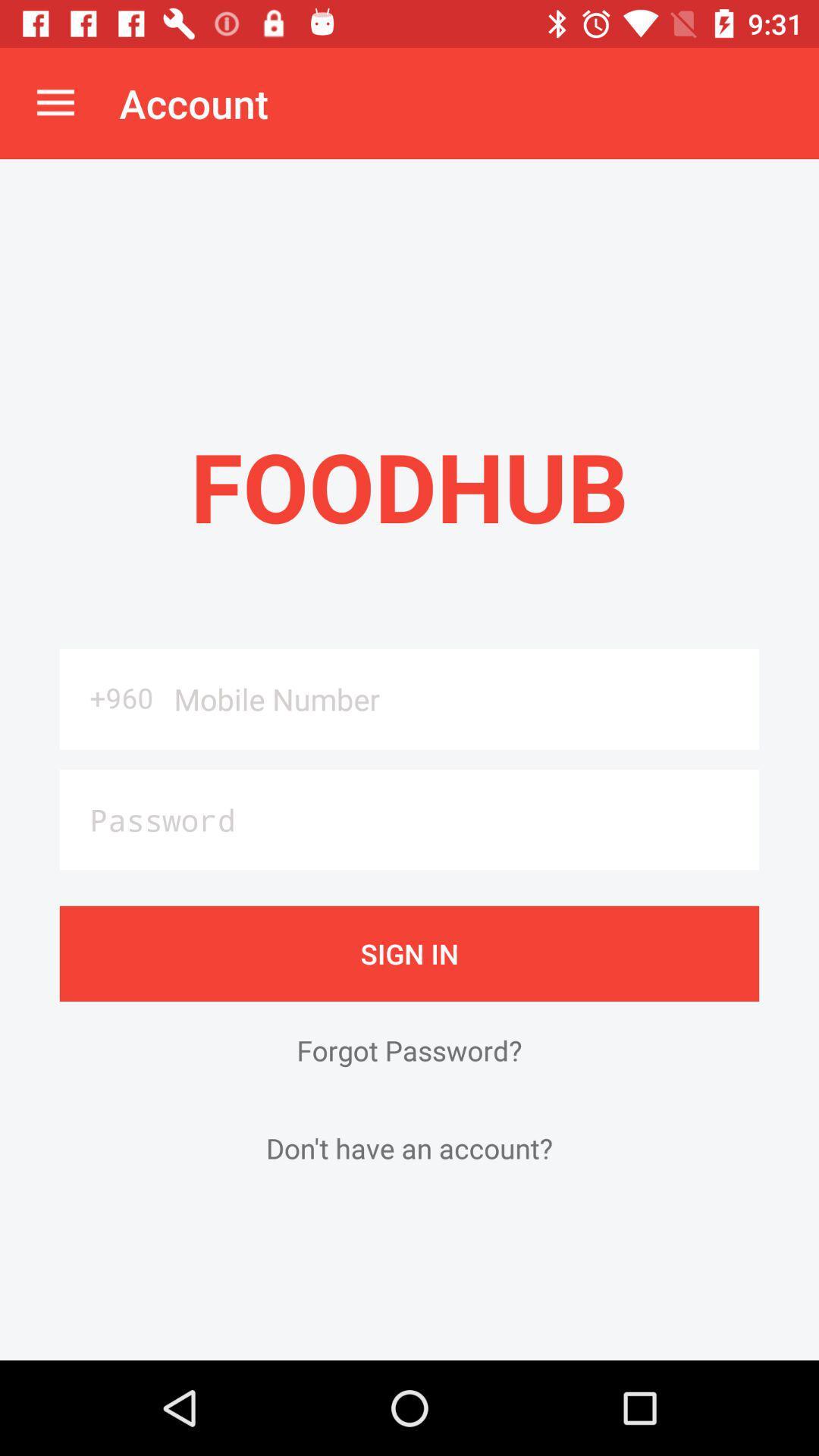 The height and width of the screenshot is (1456, 819). Describe the element at coordinates (409, 1148) in the screenshot. I see `the icon below forgot password? item` at that location.